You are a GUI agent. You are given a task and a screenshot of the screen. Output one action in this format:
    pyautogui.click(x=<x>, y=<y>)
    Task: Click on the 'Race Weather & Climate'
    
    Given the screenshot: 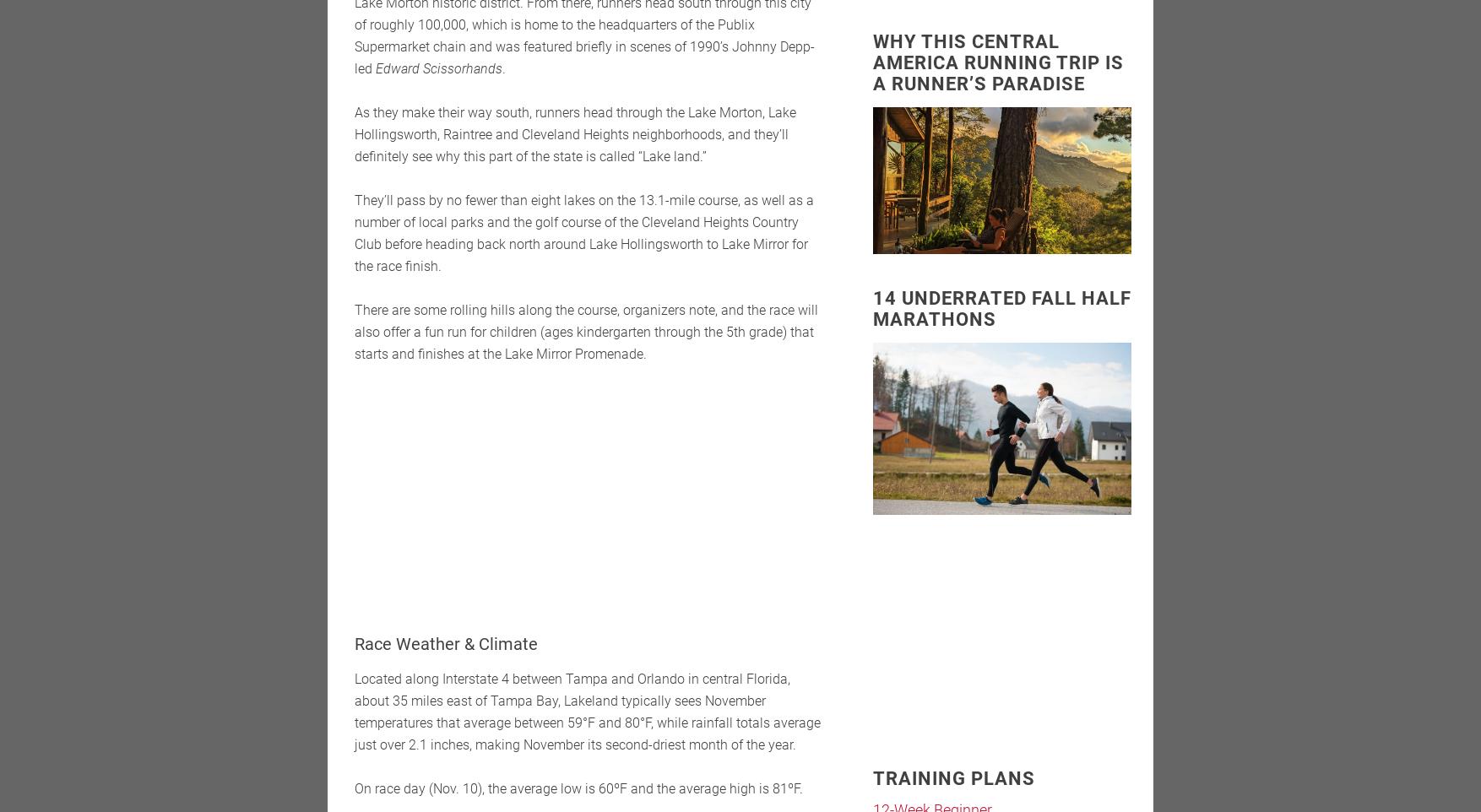 What is the action you would take?
    pyautogui.click(x=446, y=643)
    